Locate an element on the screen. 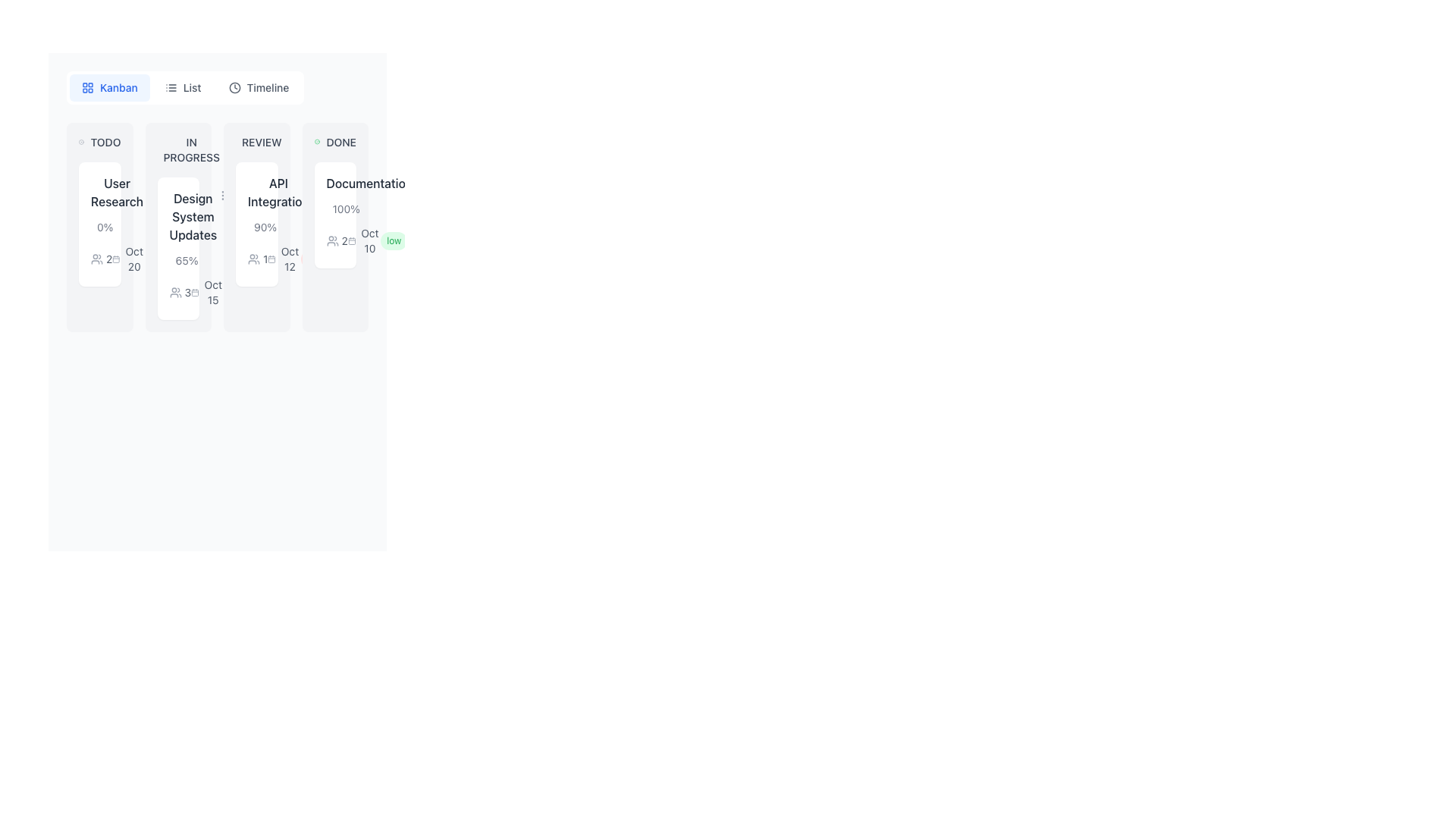 This screenshot has width=1456, height=819. the 'List' view button in the horizontal menu to switch views is located at coordinates (182, 87).